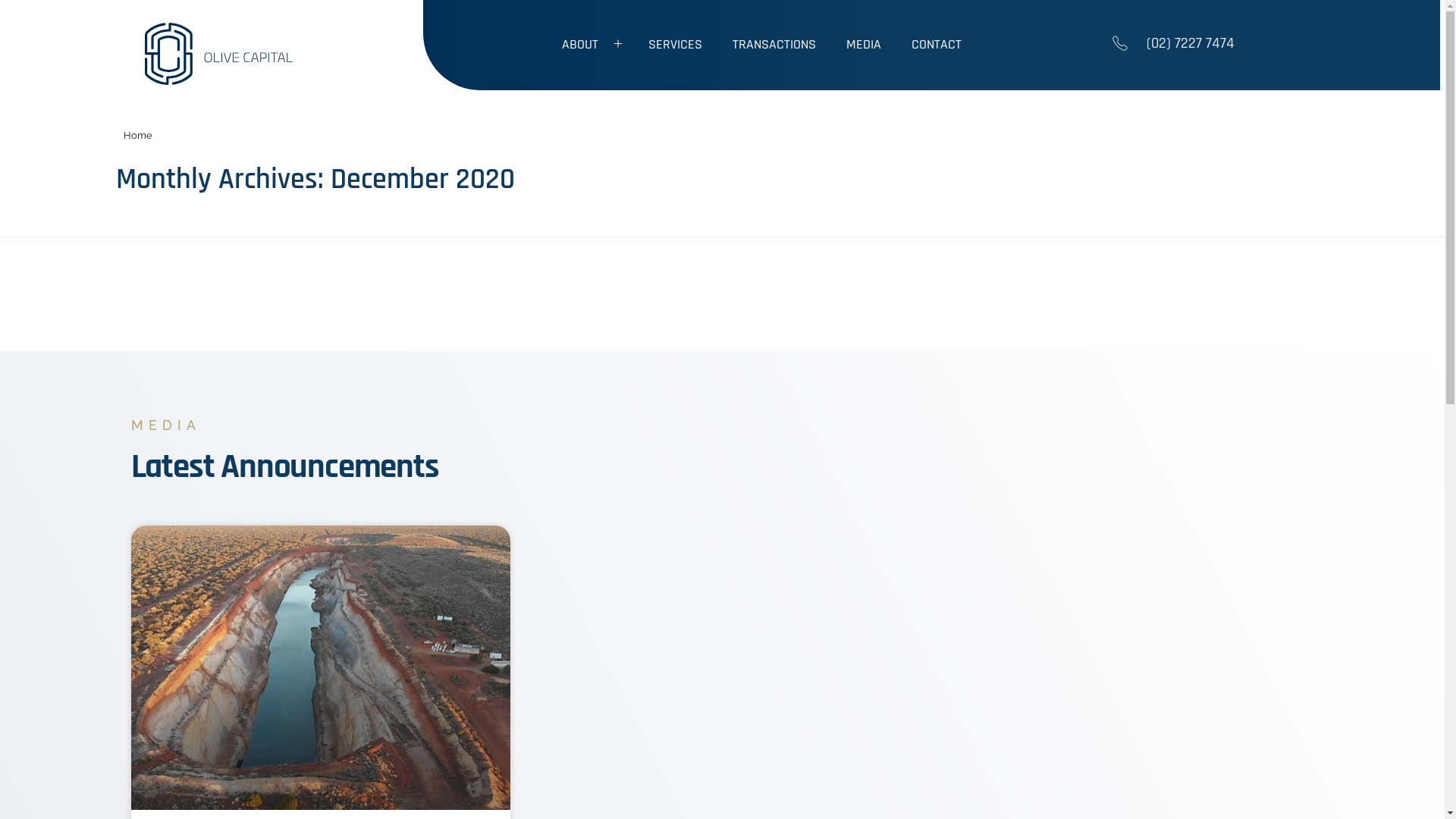  What do you see at coordinates (225, 52) in the screenshot?
I see `'OLIVE CAPITAL'` at bounding box center [225, 52].